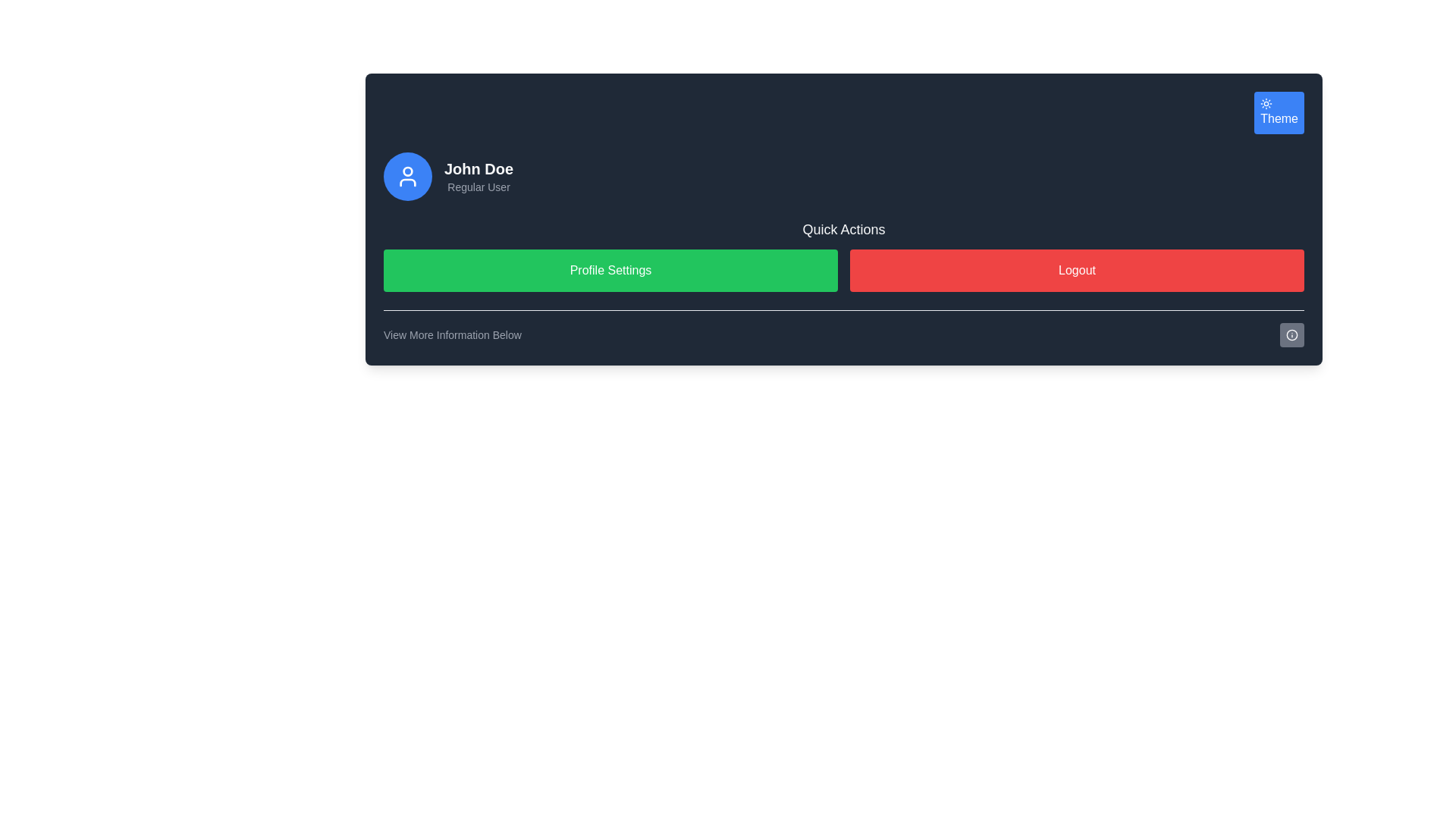 The height and width of the screenshot is (819, 1456). I want to click on the user avatar icon located at the top left corner of the user profile card, so click(407, 175).